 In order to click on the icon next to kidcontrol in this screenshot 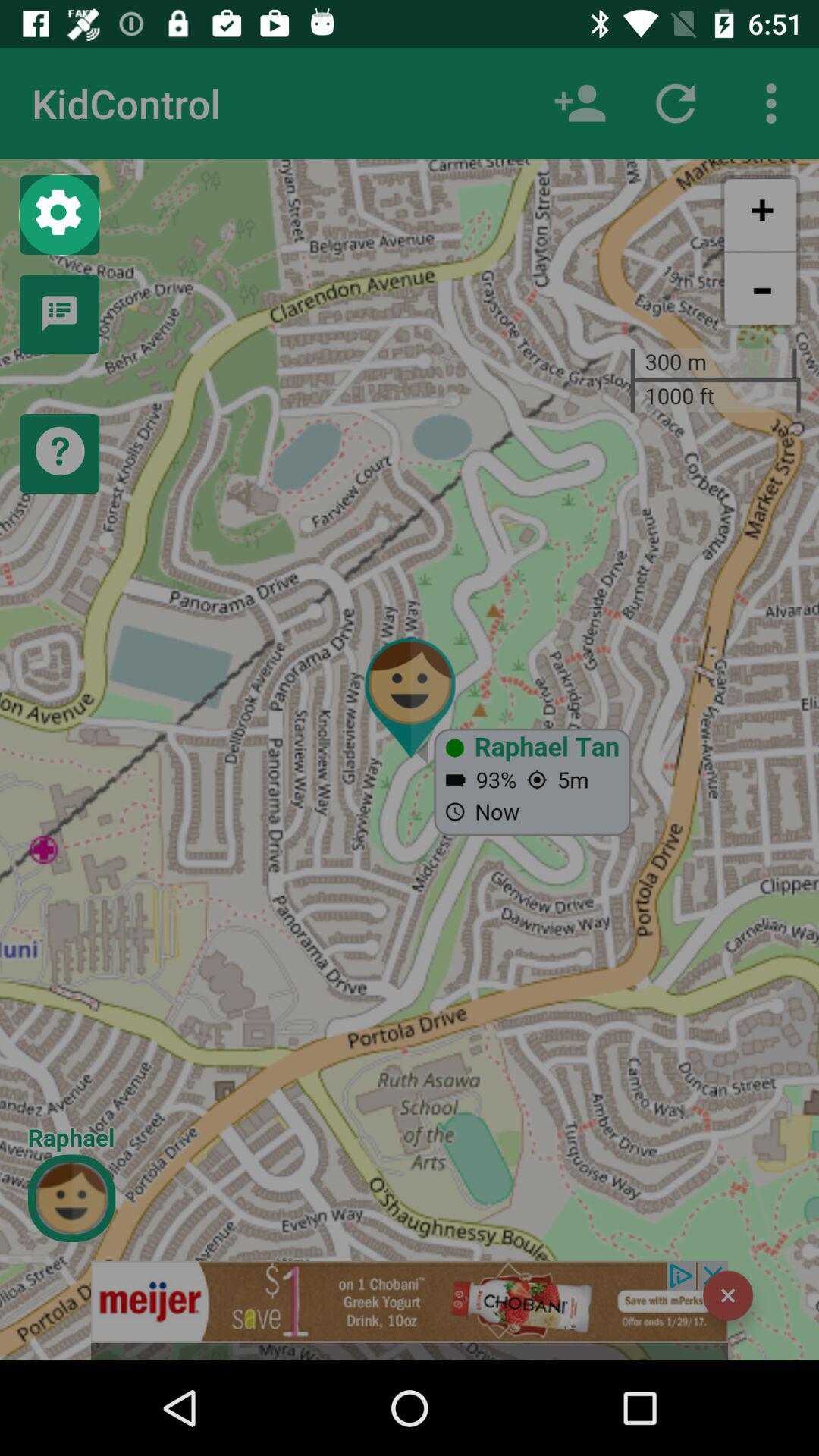, I will do `click(579, 102)`.